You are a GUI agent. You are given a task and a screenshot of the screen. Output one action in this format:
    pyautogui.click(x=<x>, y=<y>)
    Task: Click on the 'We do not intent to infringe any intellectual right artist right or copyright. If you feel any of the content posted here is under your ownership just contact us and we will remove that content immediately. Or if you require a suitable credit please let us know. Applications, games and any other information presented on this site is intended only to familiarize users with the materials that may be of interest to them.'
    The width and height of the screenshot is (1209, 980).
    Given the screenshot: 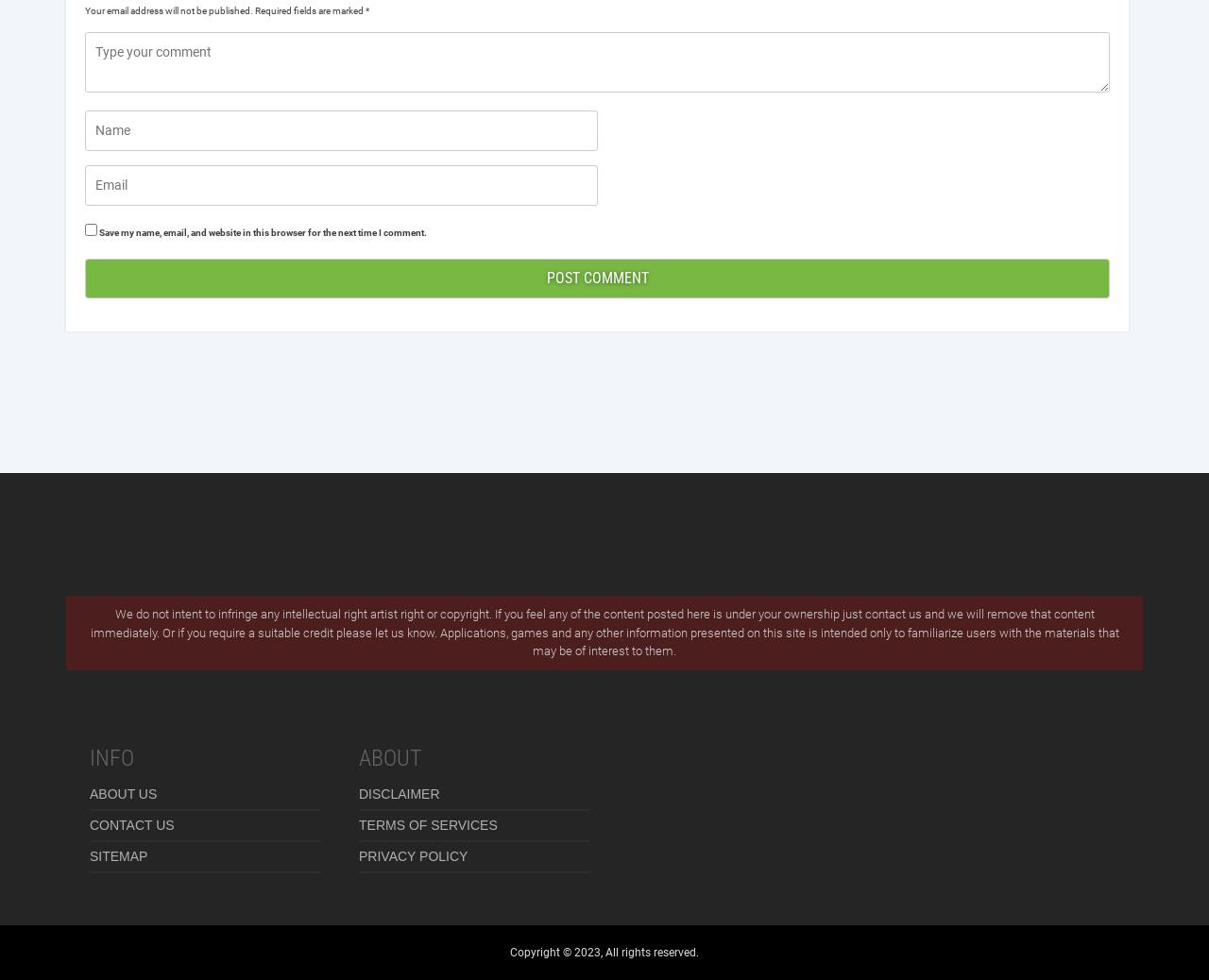 What is the action you would take?
    pyautogui.click(x=88, y=632)
    